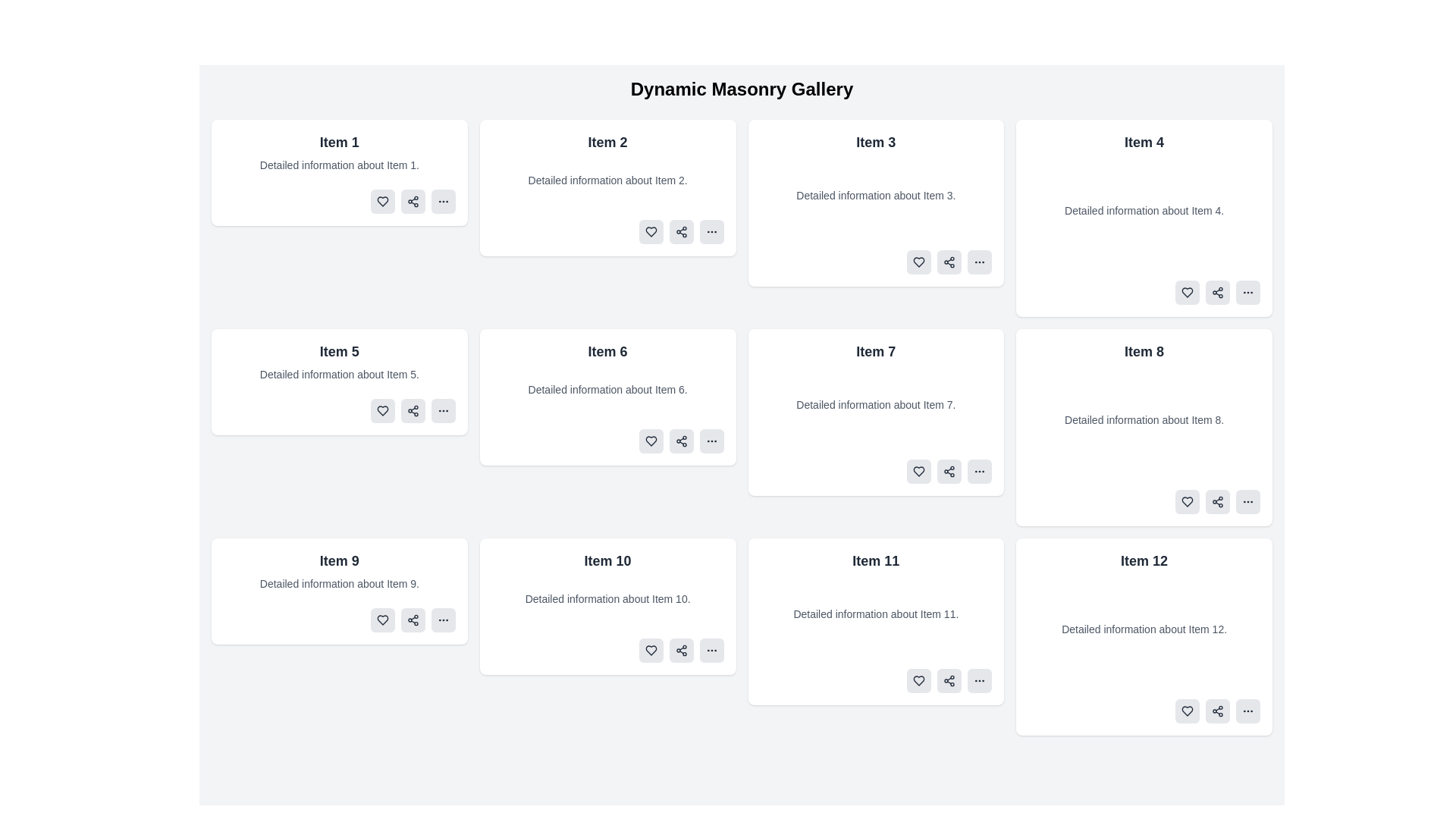  I want to click on the text display element that shows 'Item 9' in a bold, large font size and dark gray color, located in the leftmost column of the bottom row of the grid, so click(338, 561).